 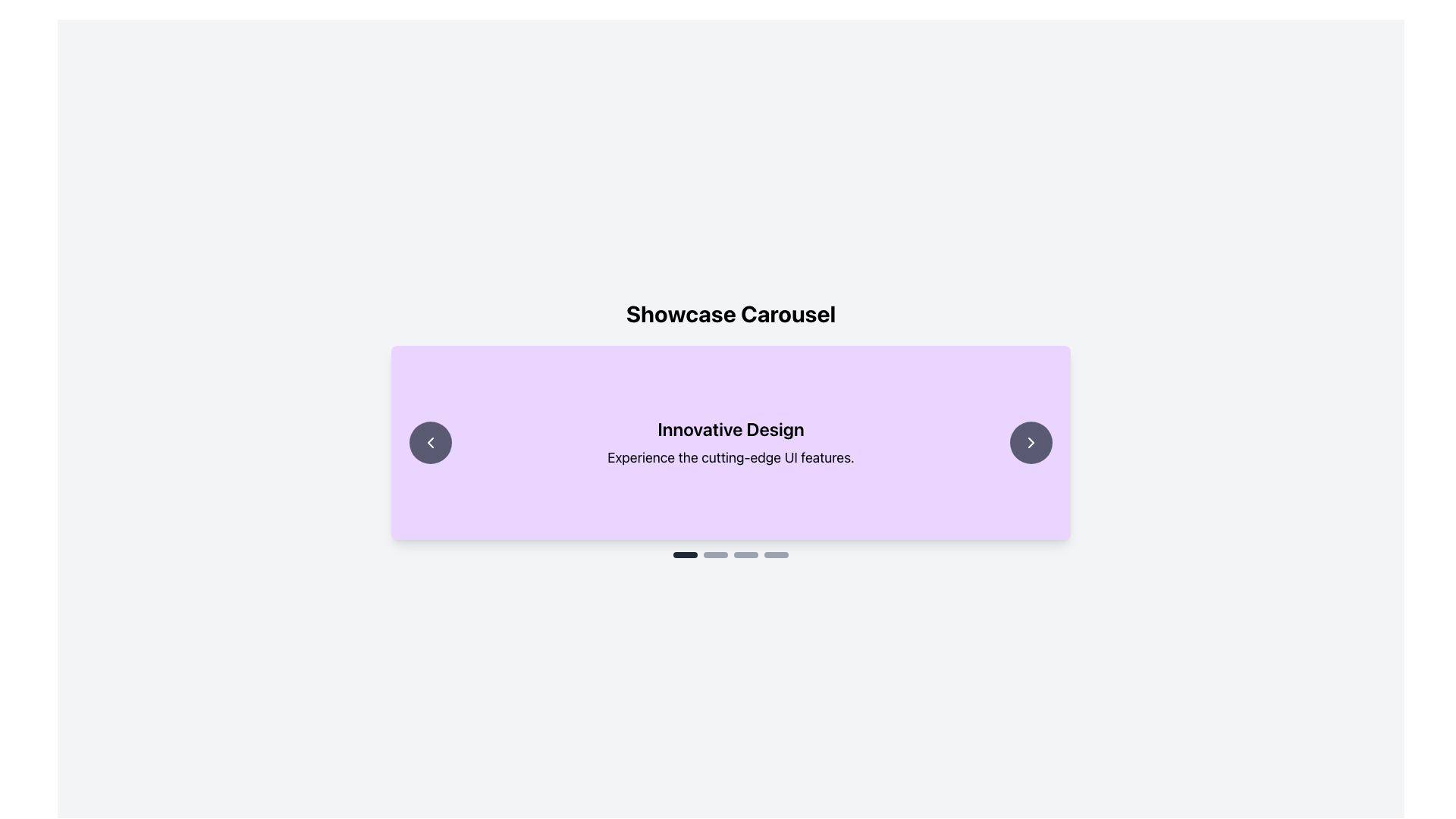 I want to click on the first indicator element at the bottom of the carousel, so click(x=684, y=555).